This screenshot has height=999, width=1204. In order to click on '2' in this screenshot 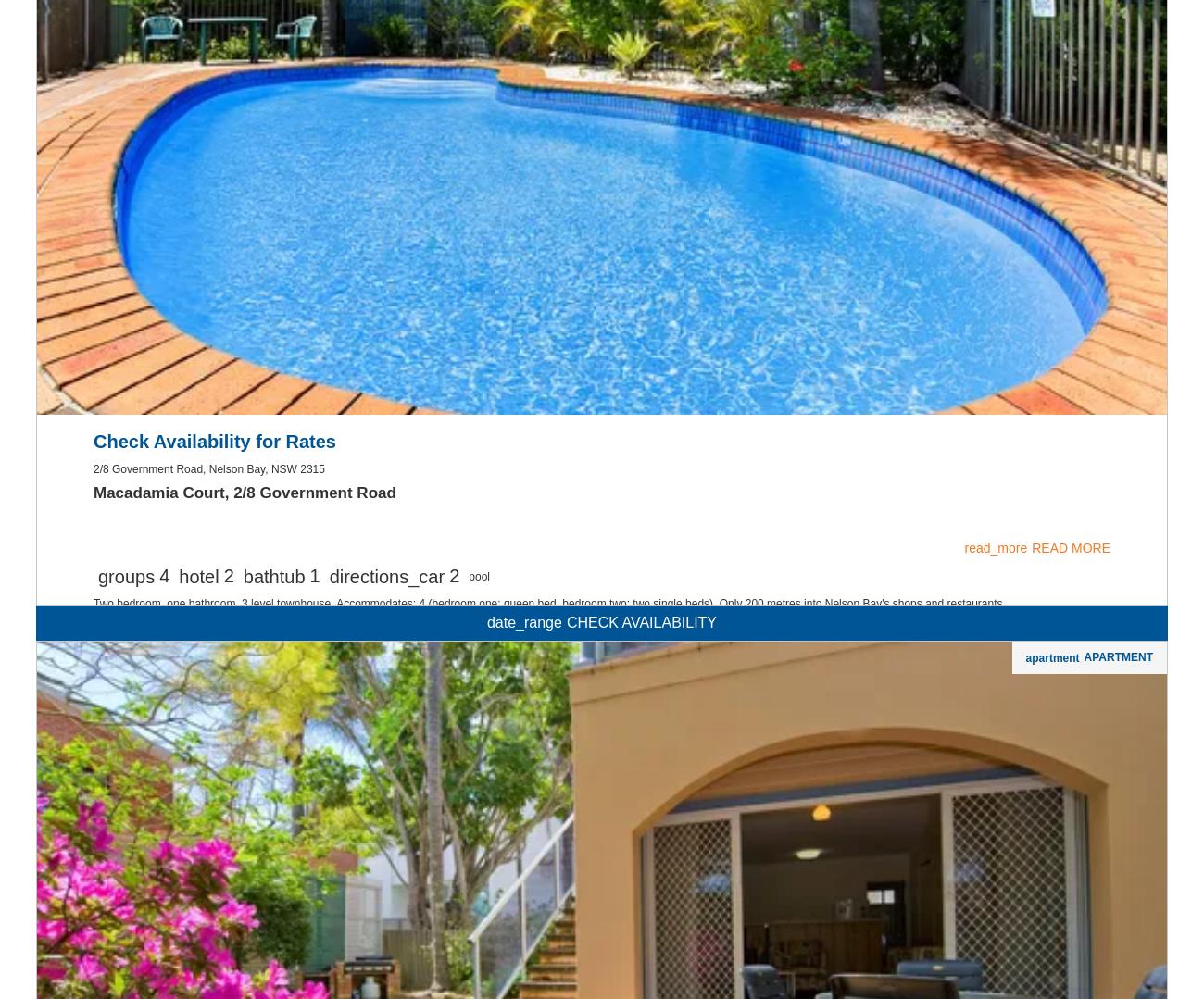, I will do `click(227, 811)`.